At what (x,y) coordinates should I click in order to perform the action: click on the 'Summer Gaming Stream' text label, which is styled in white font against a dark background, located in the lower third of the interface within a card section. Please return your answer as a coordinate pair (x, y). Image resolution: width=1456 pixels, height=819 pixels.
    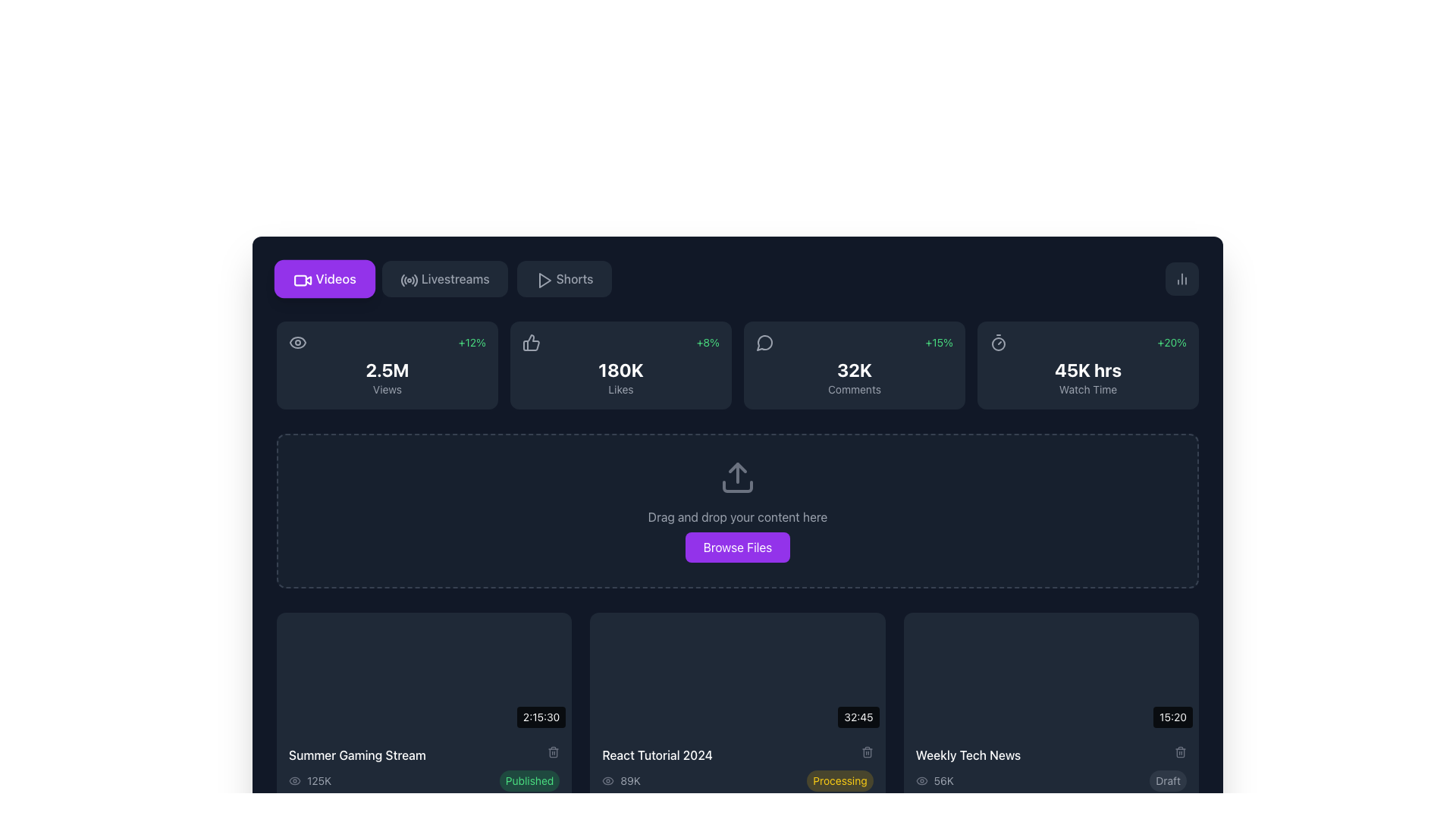
    Looking at the image, I should click on (356, 755).